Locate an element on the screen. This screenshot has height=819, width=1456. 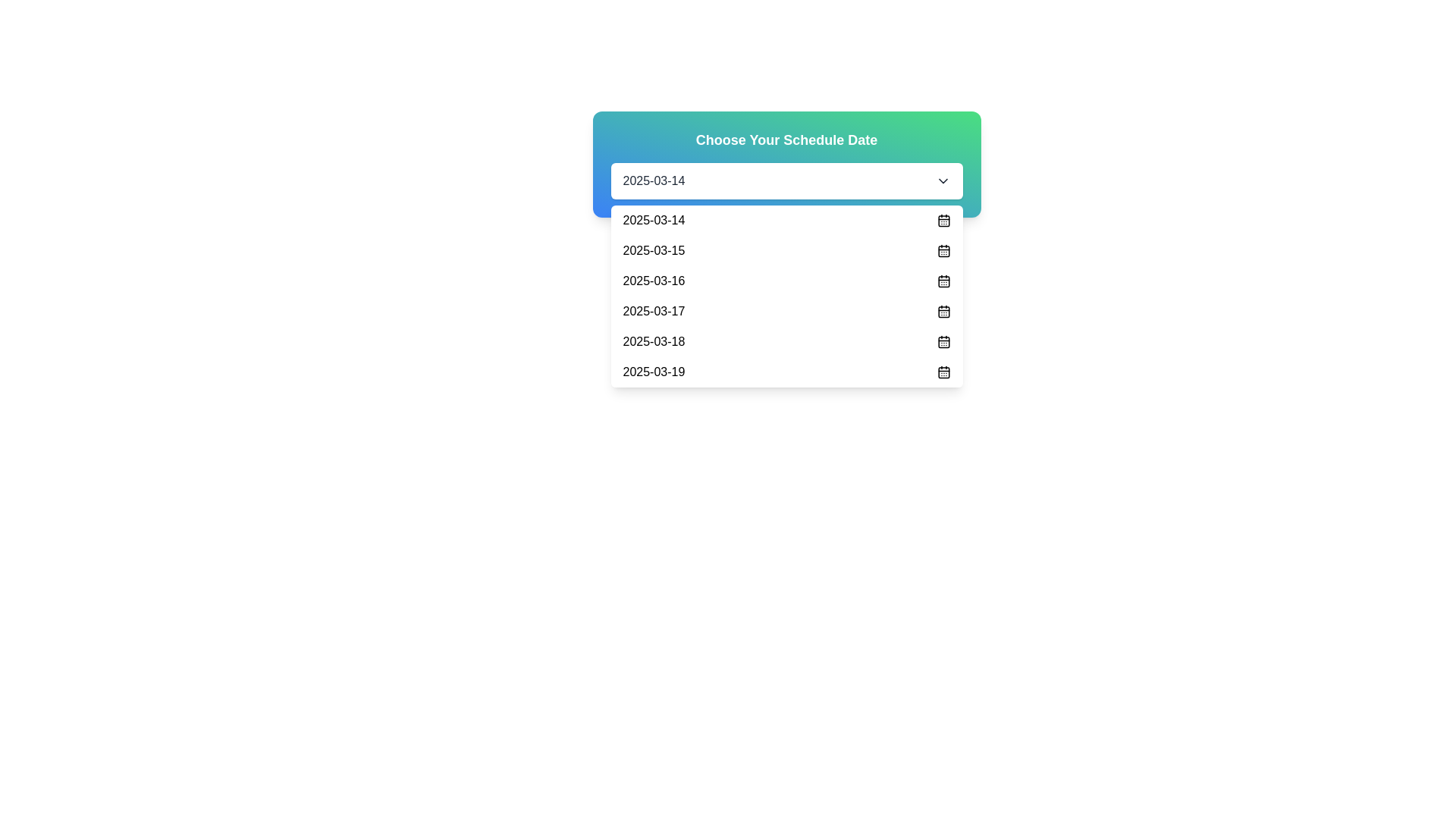
the small calendar-shaped icon located near the right edge of the row displaying '2025-03-15' is located at coordinates (943, 250).